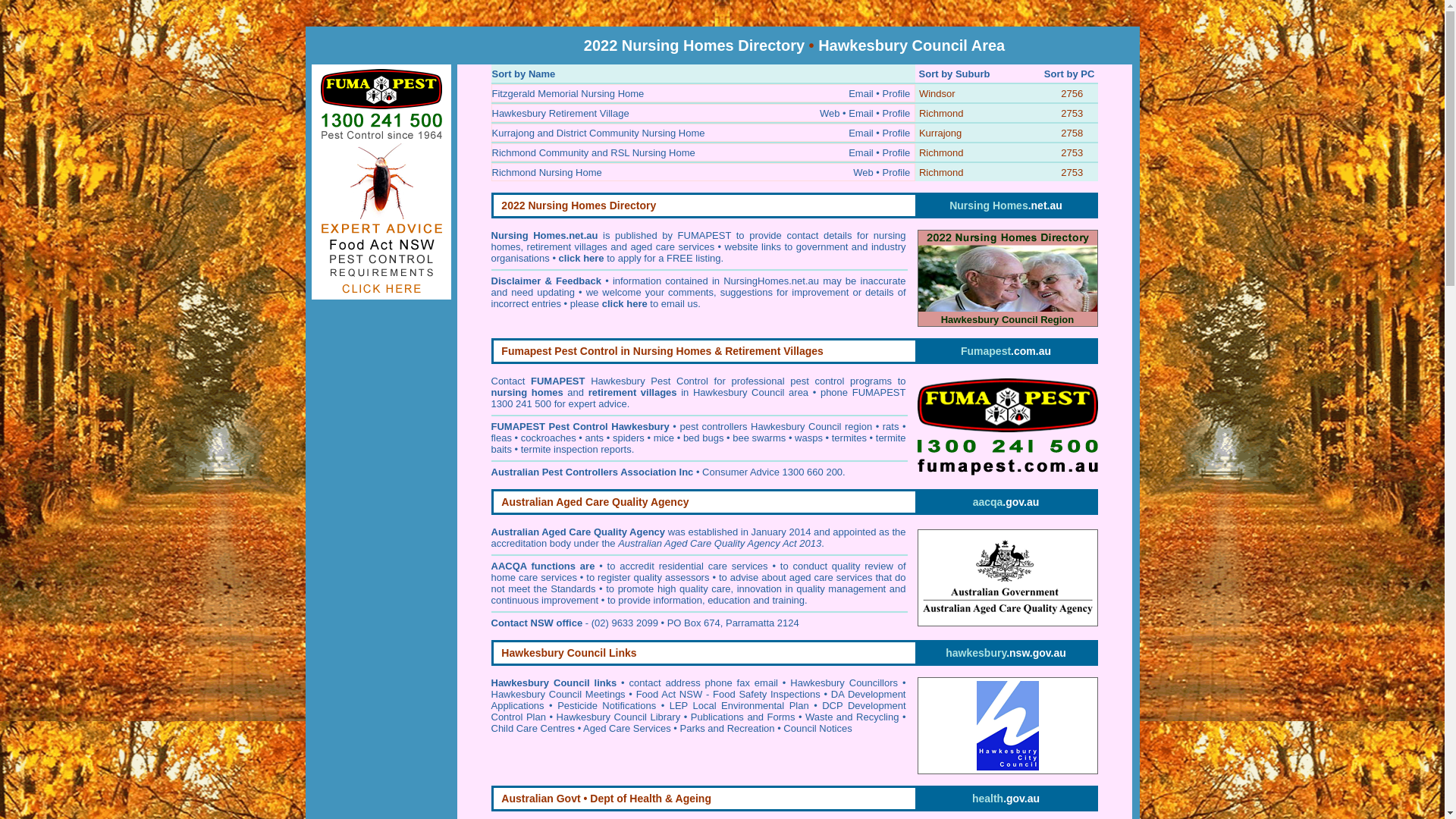 This screenshot has height=819, width=1456. What do you see at coordinates (581, 257) in the screenshot?
I see `'click here'` at bounding box center [581, 257].